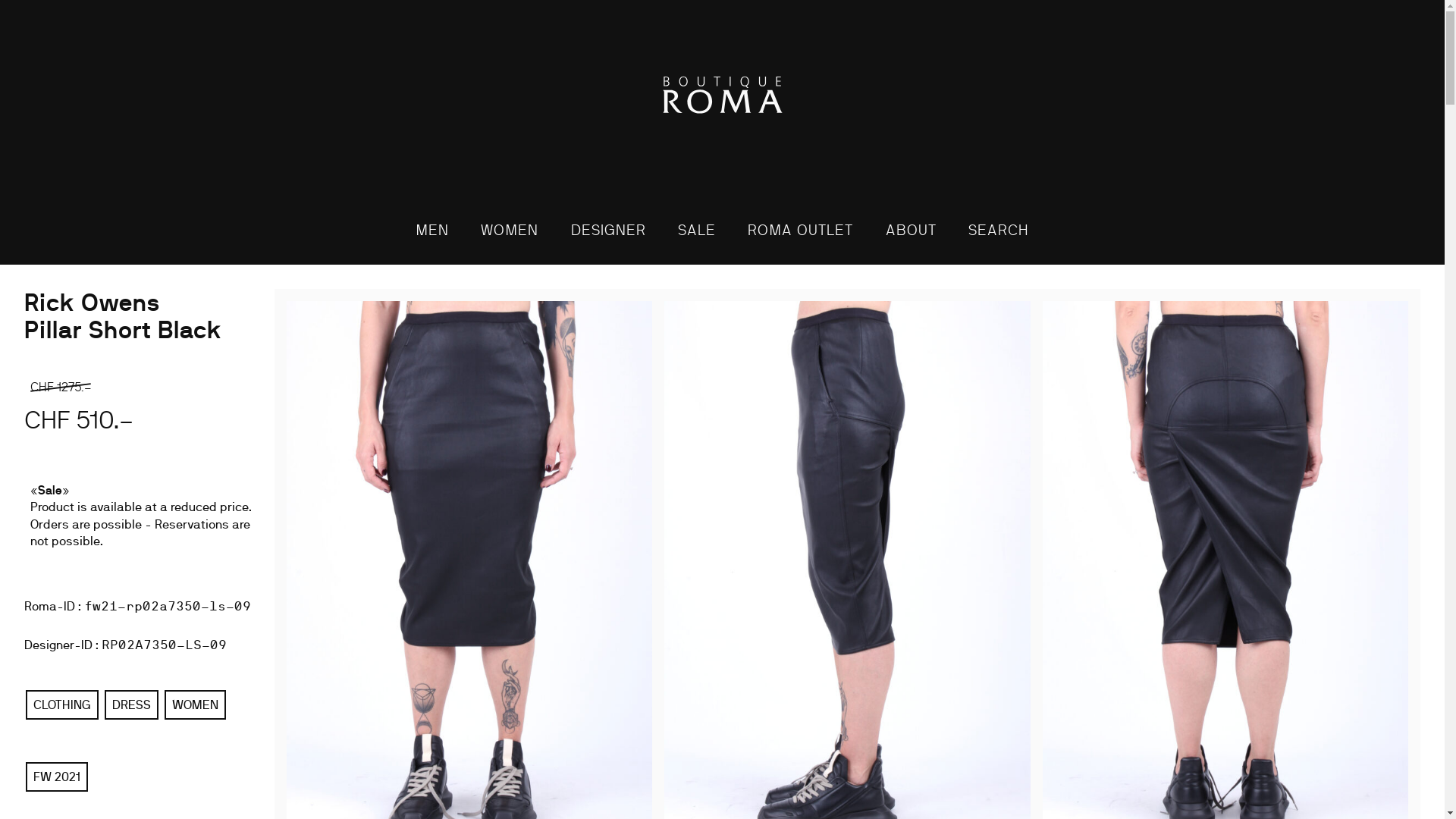 The image size is (1456, 819). I want to click on 'SEARCH', so click(998, 230).